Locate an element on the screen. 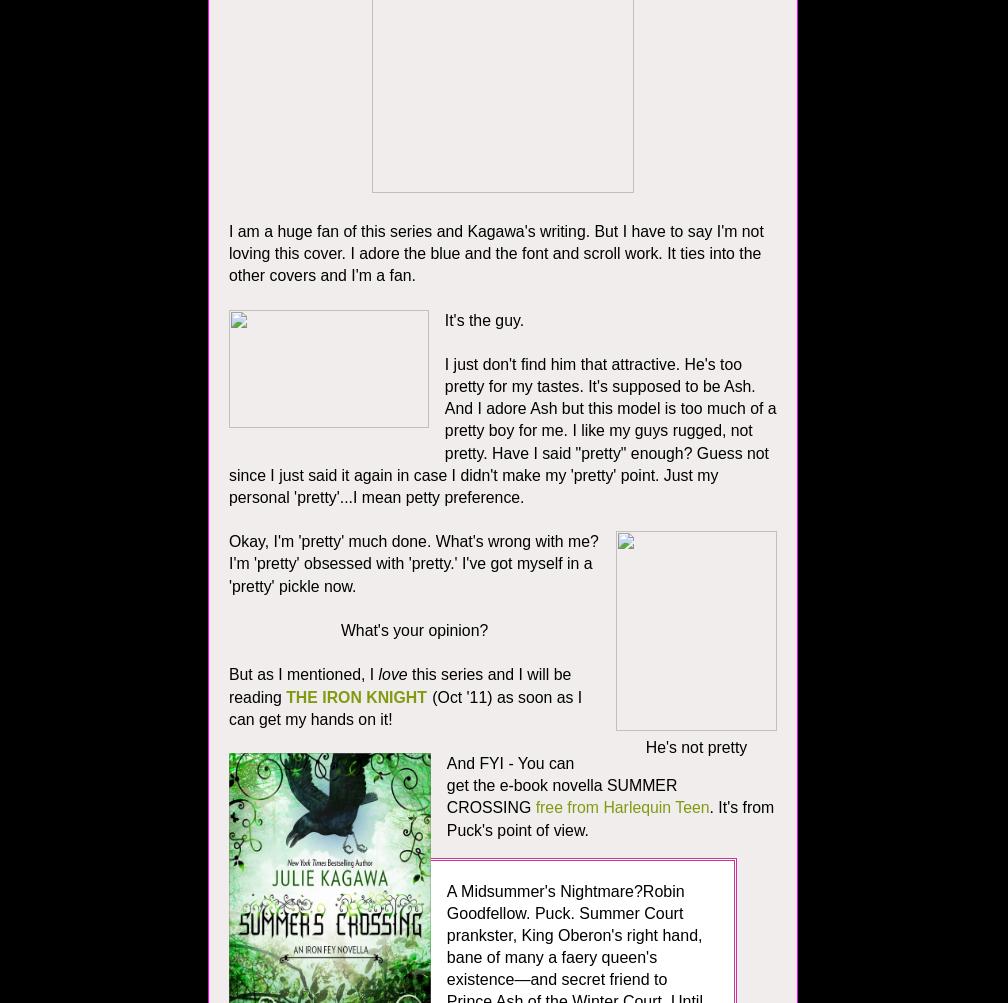 The width and height of the screenshot is (1008, 1003). 'He's not pretty' is located at coordinates (645, 746).